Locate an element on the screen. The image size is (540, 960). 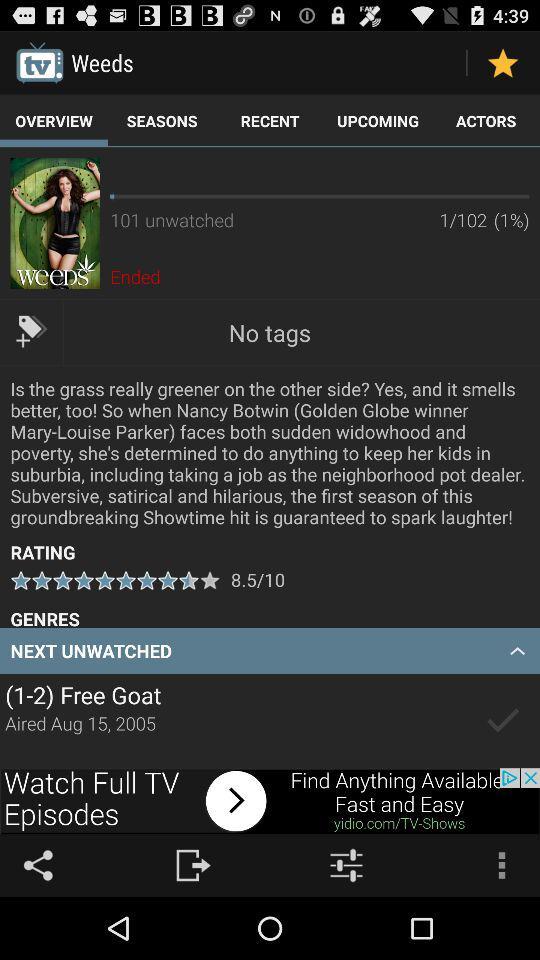
mark as watched is located at coordinates (502, 720).